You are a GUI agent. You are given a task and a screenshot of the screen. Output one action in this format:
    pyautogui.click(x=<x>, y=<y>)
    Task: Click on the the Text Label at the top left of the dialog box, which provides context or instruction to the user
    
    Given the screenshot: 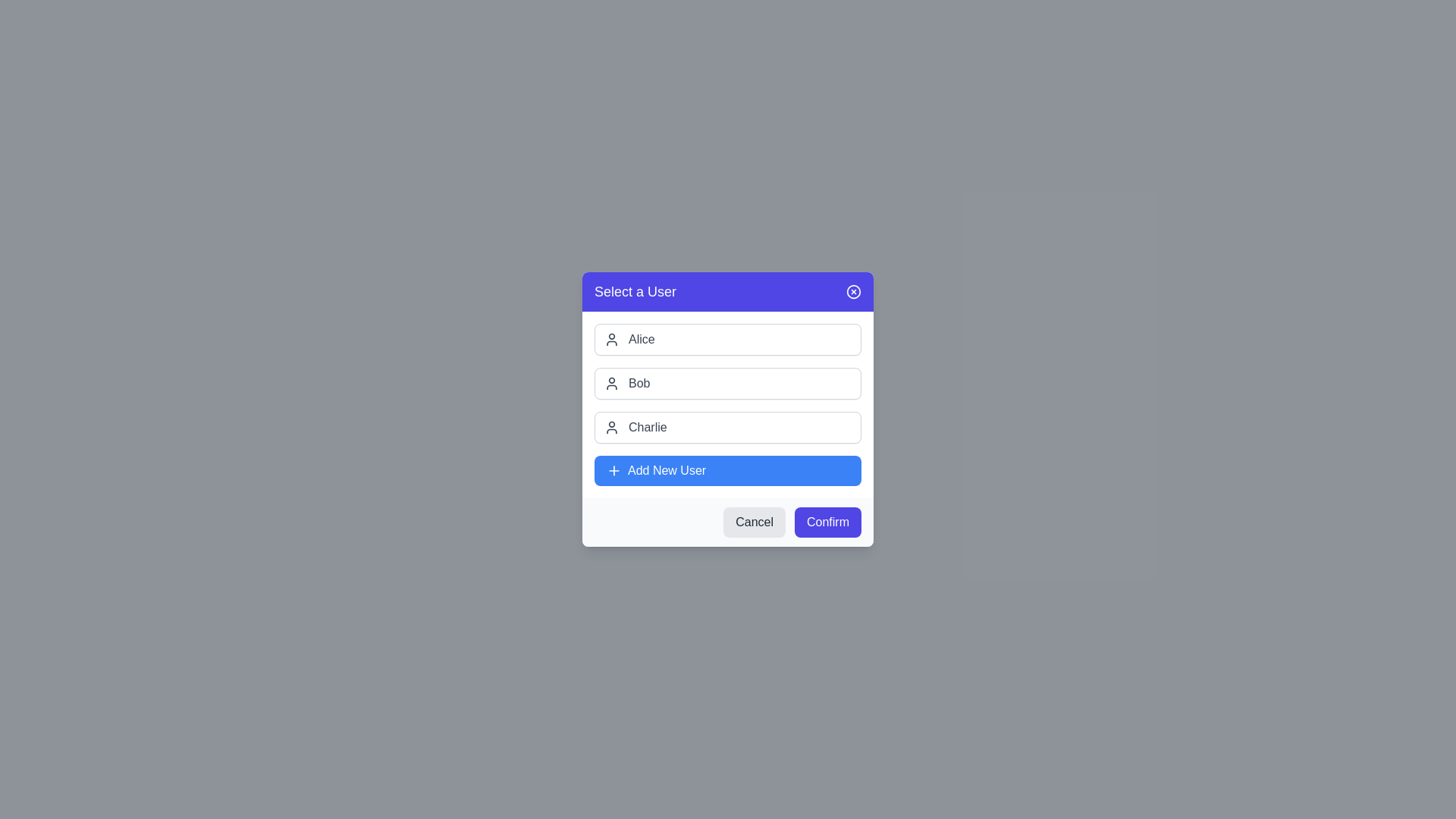 What is the action you would take?
    pyautogui.click(x=635, y=292)
    